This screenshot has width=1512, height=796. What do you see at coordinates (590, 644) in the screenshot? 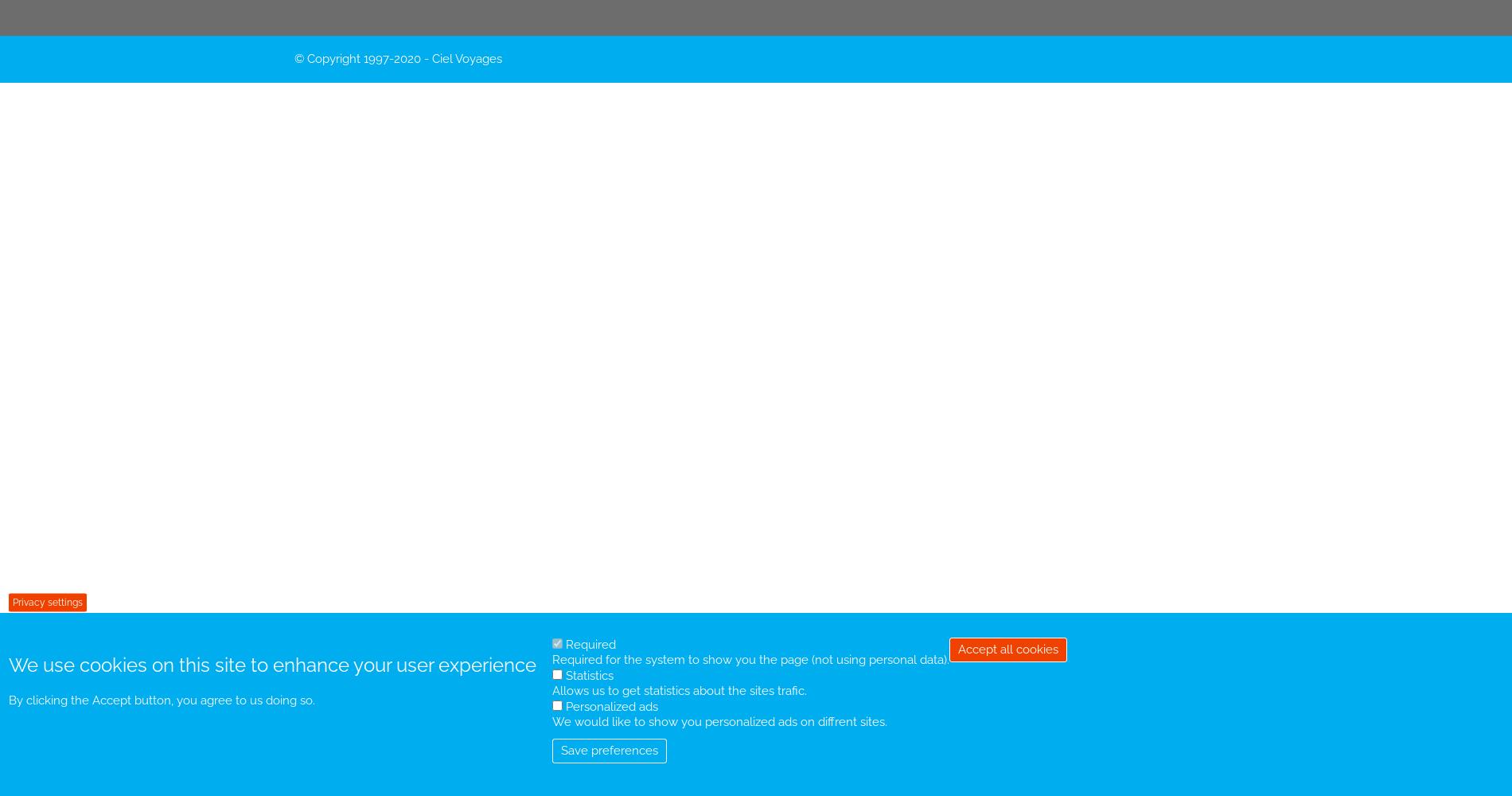
I see `'Required'` at bounding box center [590, 644].